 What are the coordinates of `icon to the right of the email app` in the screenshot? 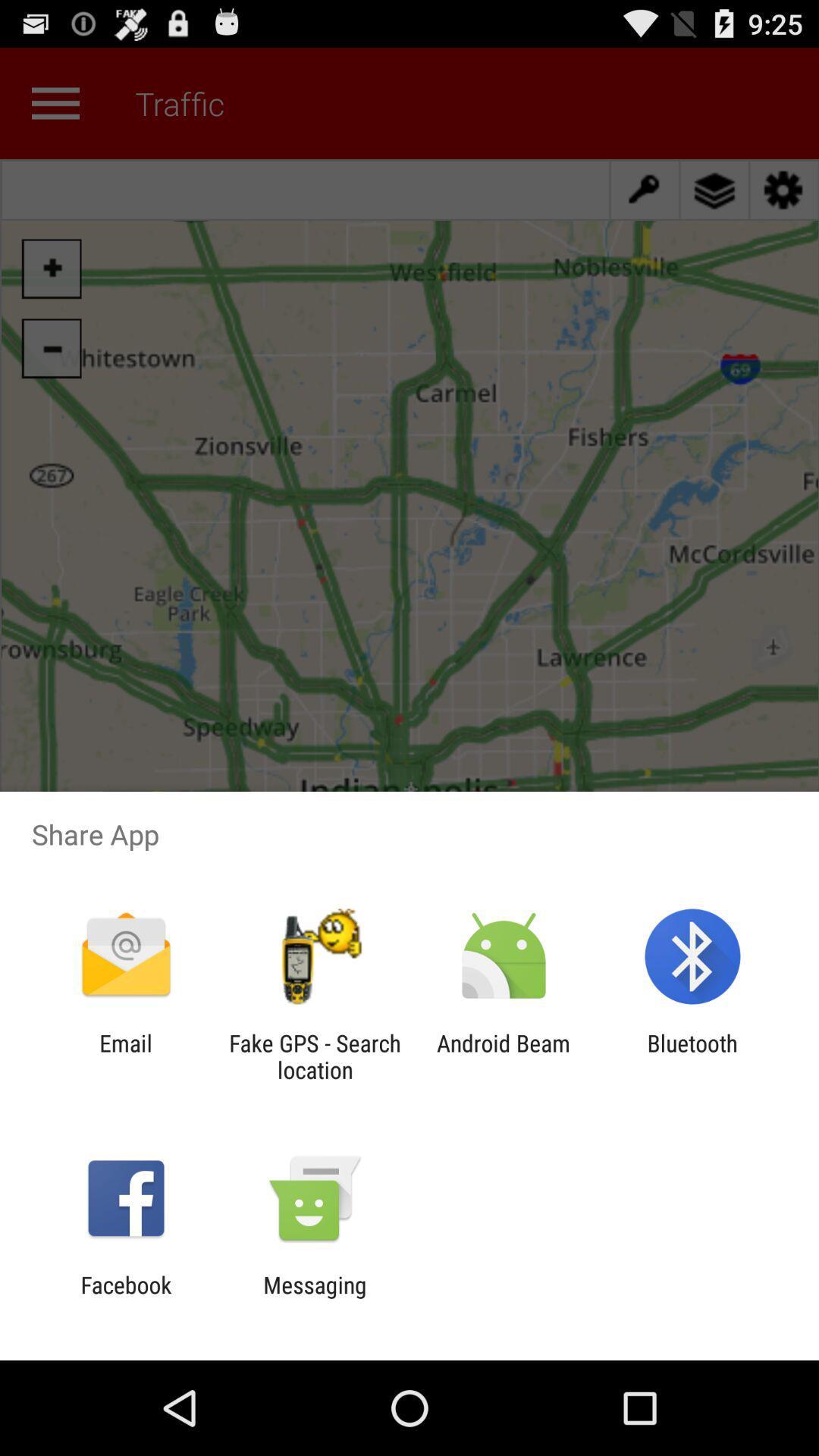 It's located at (314, 1056).